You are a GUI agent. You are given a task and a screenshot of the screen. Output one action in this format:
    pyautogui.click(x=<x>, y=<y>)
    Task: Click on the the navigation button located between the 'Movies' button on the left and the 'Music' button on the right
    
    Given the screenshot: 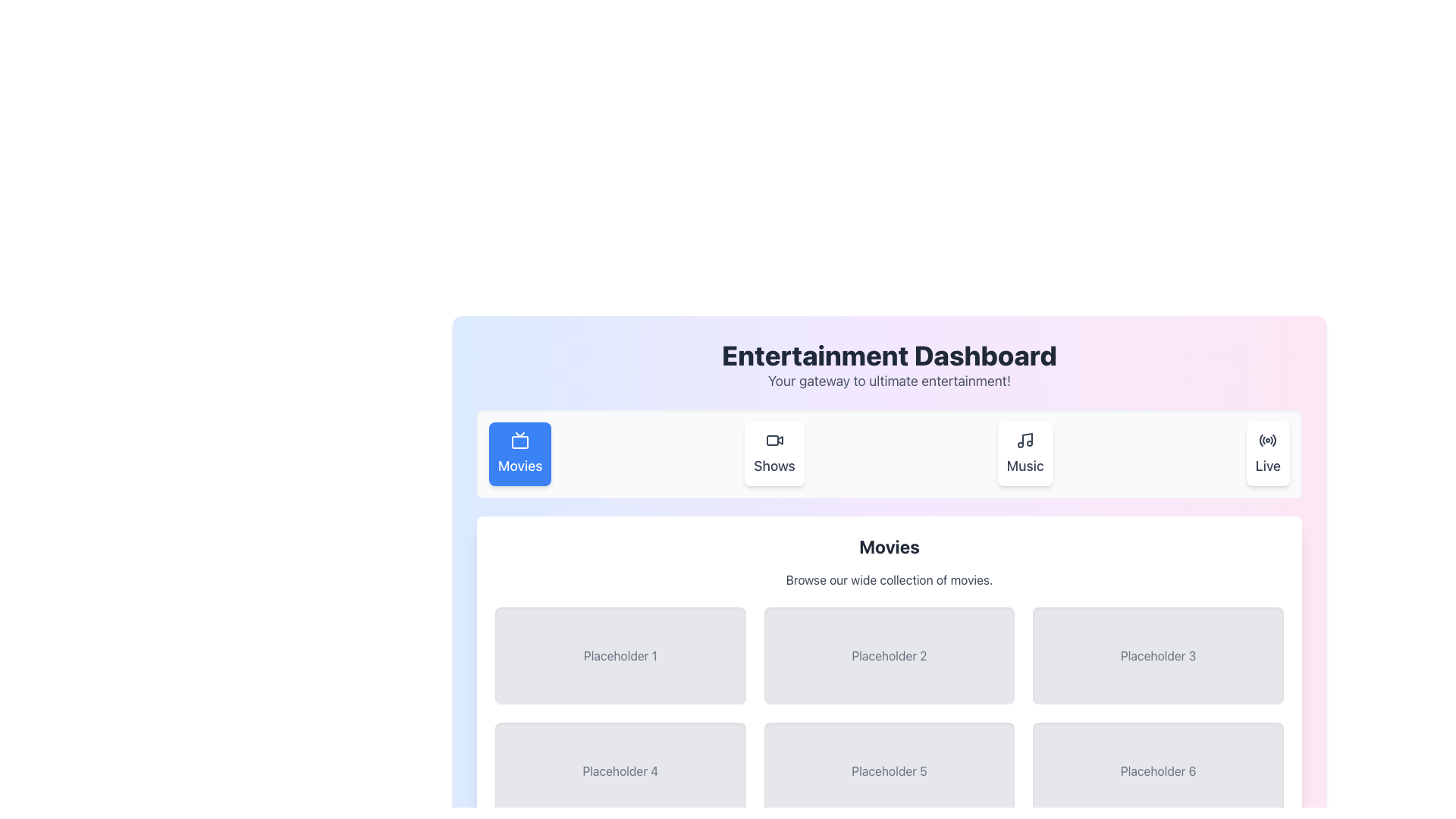 What is the action you would take?
    pyautogui.click(x=774, y=453)
    